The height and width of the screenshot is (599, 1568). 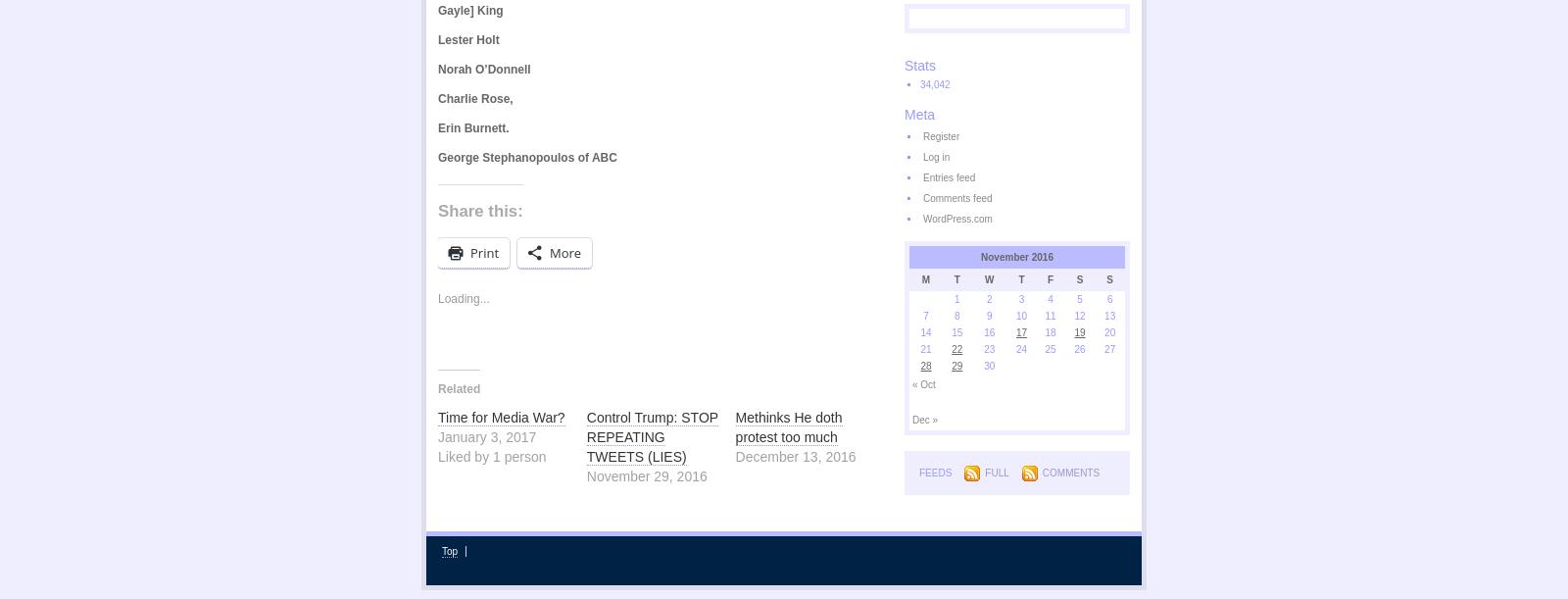 I want to click on 'Print', so click(x=469, y=251).